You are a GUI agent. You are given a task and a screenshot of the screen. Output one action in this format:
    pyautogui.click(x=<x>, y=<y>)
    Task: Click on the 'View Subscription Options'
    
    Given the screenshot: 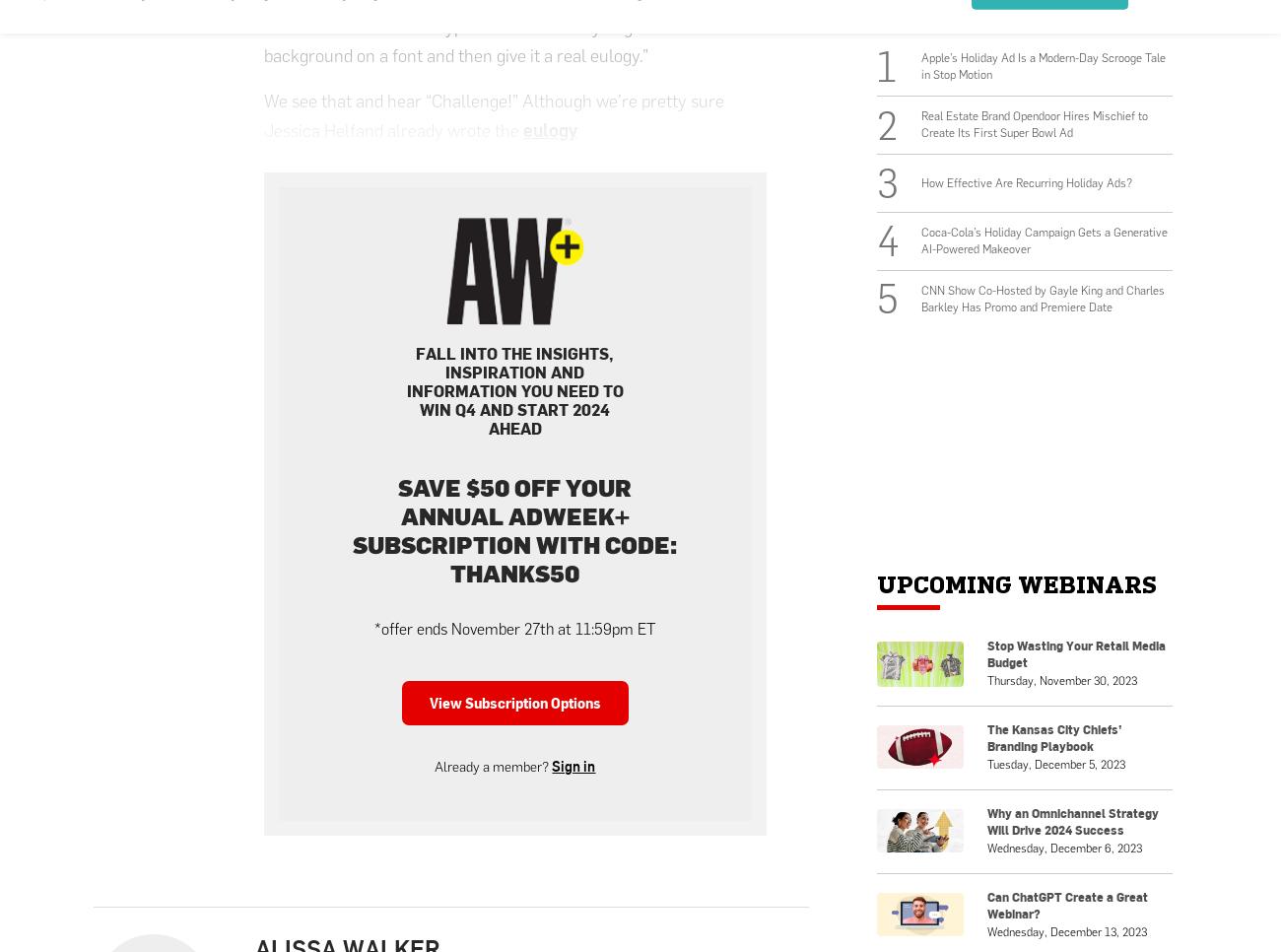 What is the action you would take?
    pyautogui.click(x=513, y=702)
    